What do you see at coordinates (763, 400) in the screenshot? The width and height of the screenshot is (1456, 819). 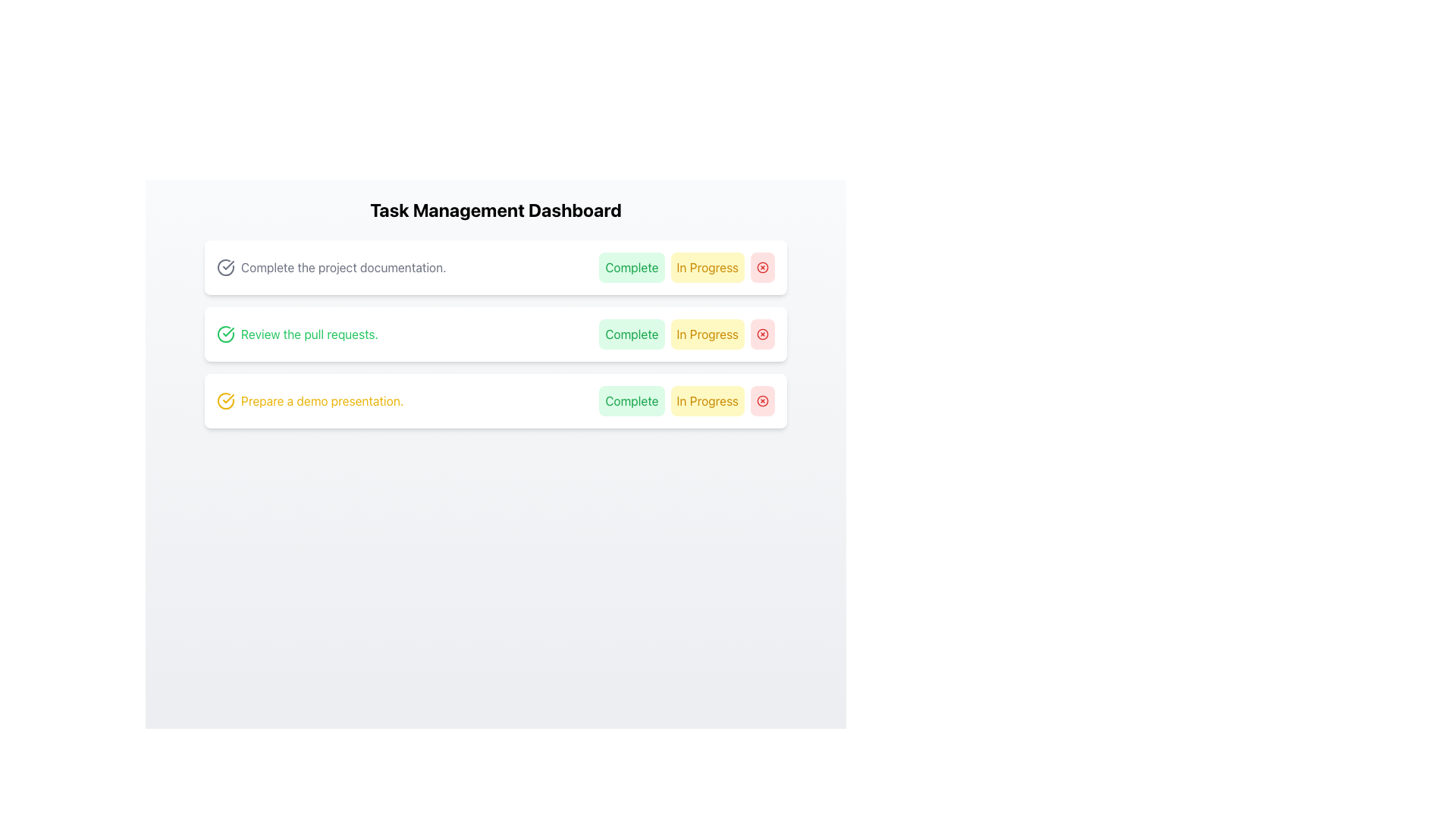 I see `the circular cancel button with a red border and 'X' symbol` at bounding box center [763, 400].